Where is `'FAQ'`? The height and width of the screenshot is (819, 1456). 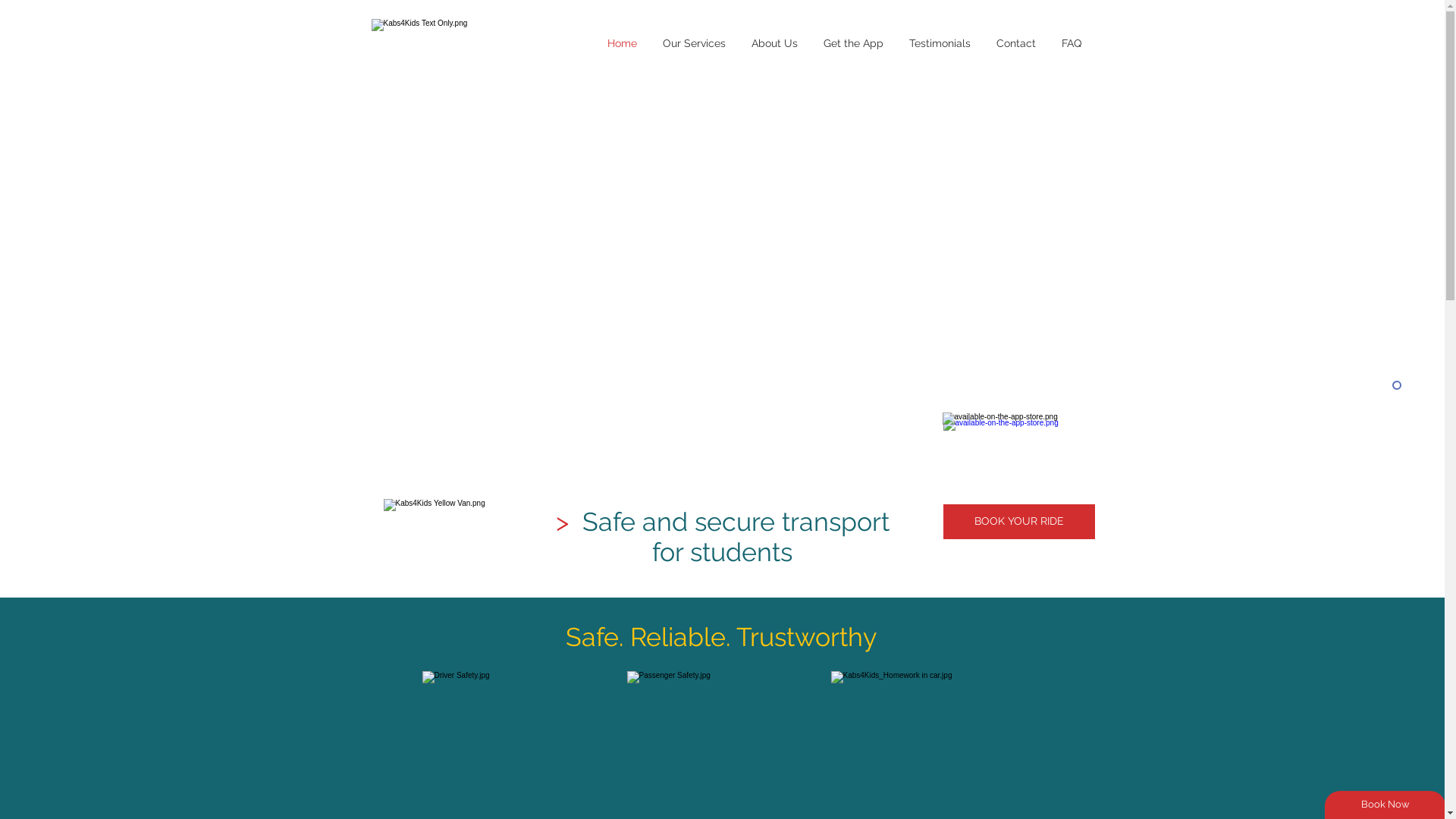 'FAQ' is located at coordinates (1069, 42).